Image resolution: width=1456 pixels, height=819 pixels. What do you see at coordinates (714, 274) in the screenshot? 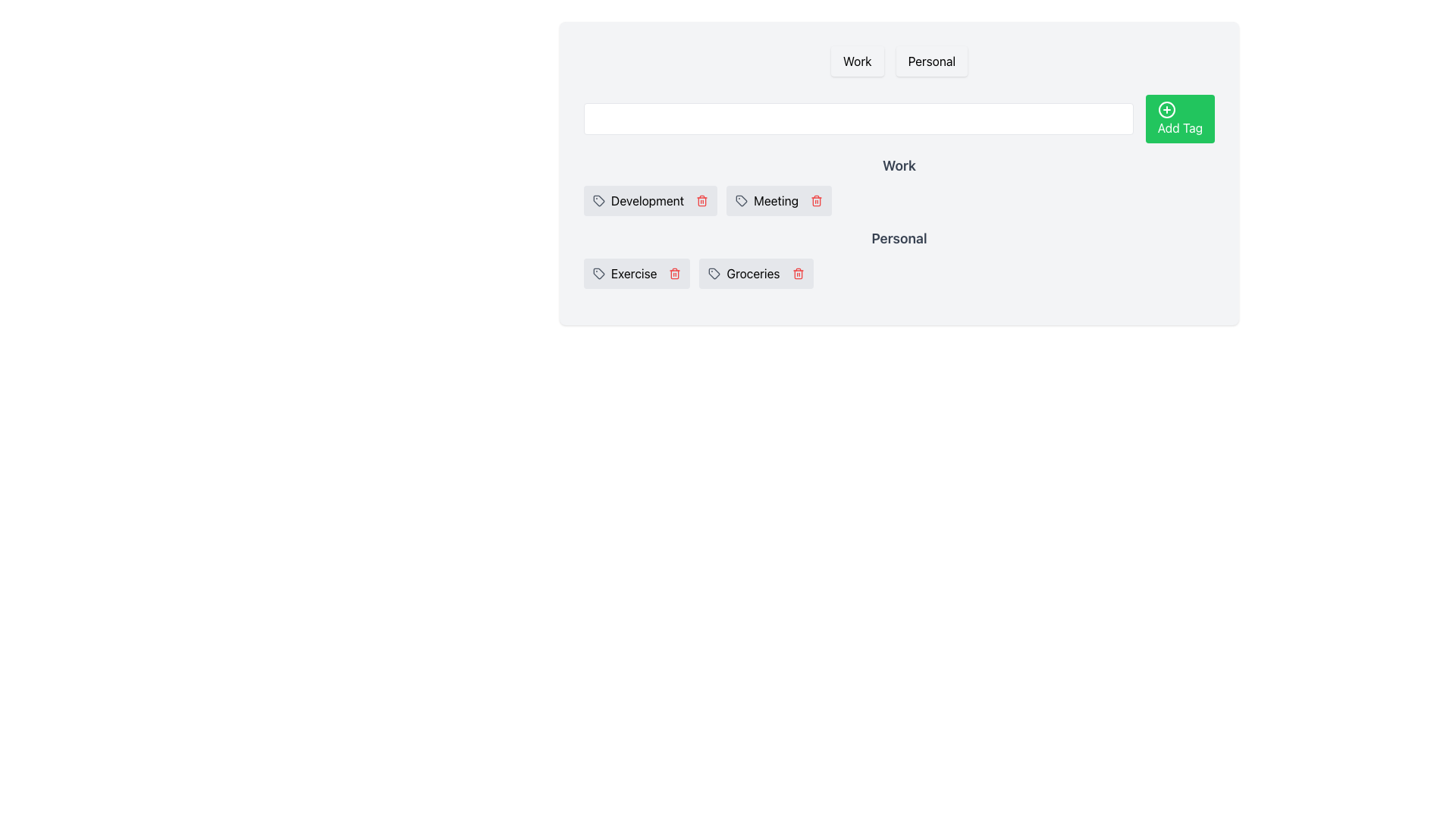
I see `the decorative icon representing the 'Groceries' list item in the 'Personal' section, located to the left of the text 'Groceries'` at bounding box center [714, 274].